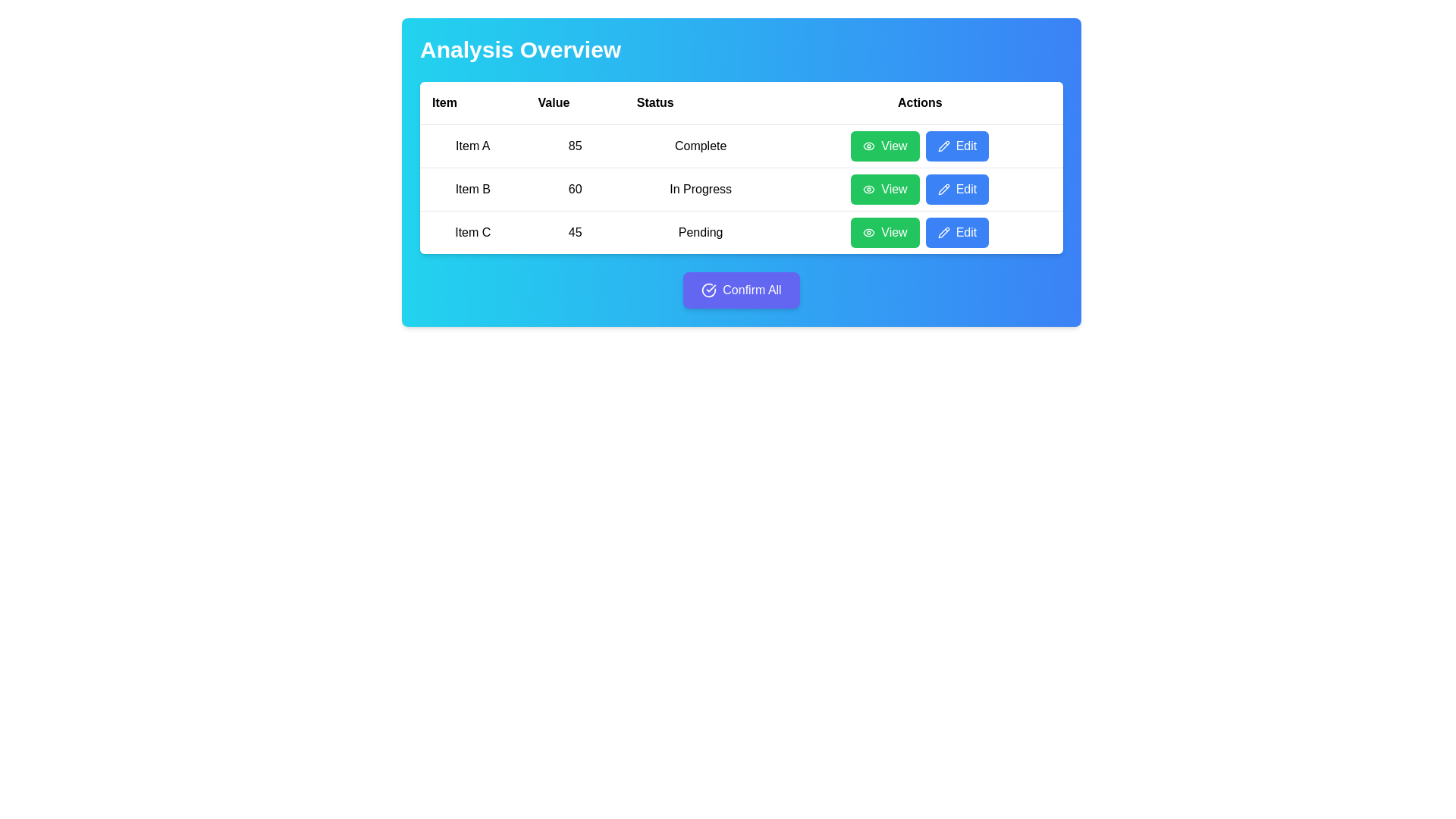 The image size is (1456, 819). I want to click on the table row containing 'Item B' in the second row to focus on it, so click(742, 188).